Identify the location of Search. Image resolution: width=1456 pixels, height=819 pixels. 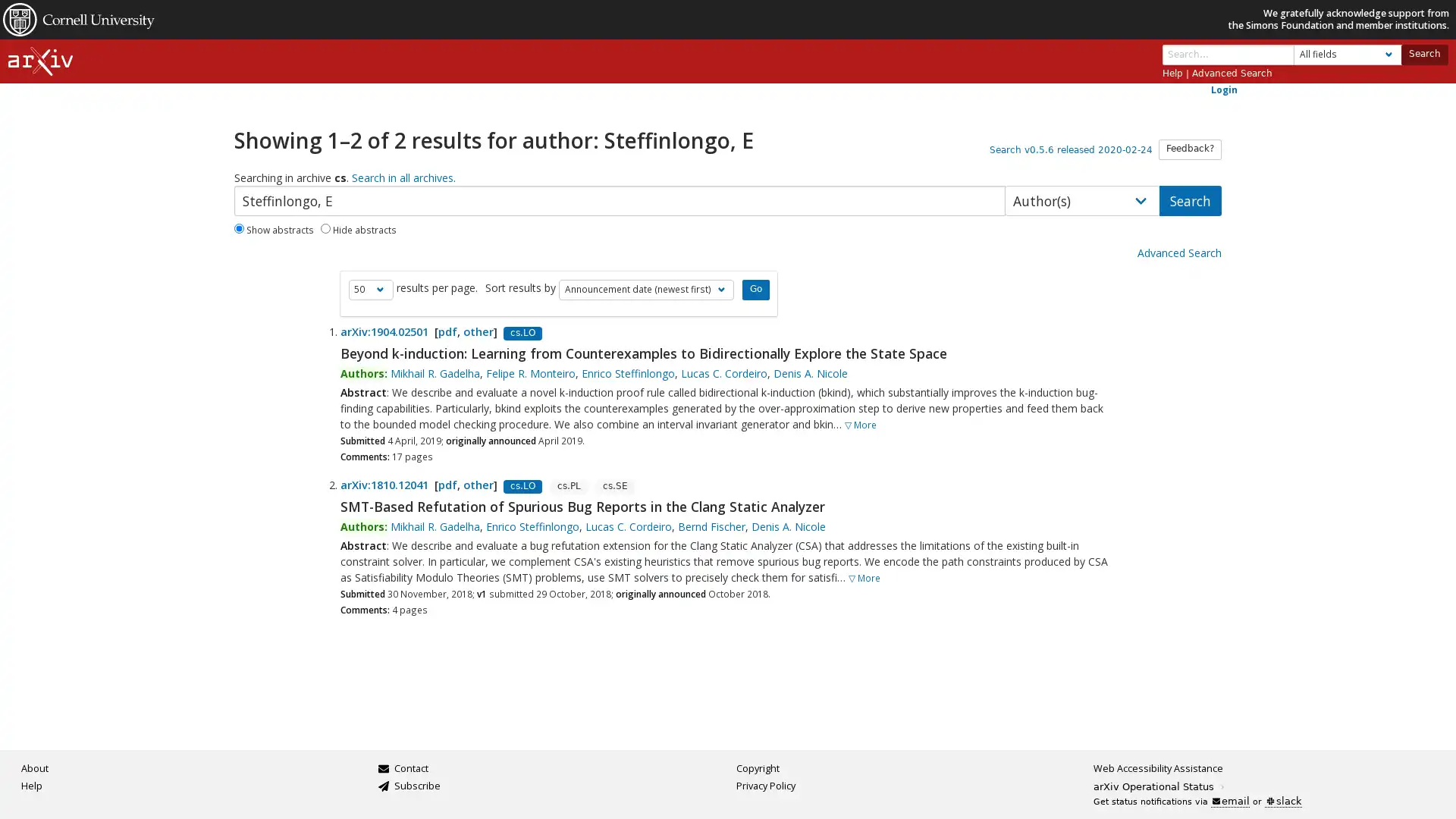
(1189, 199).